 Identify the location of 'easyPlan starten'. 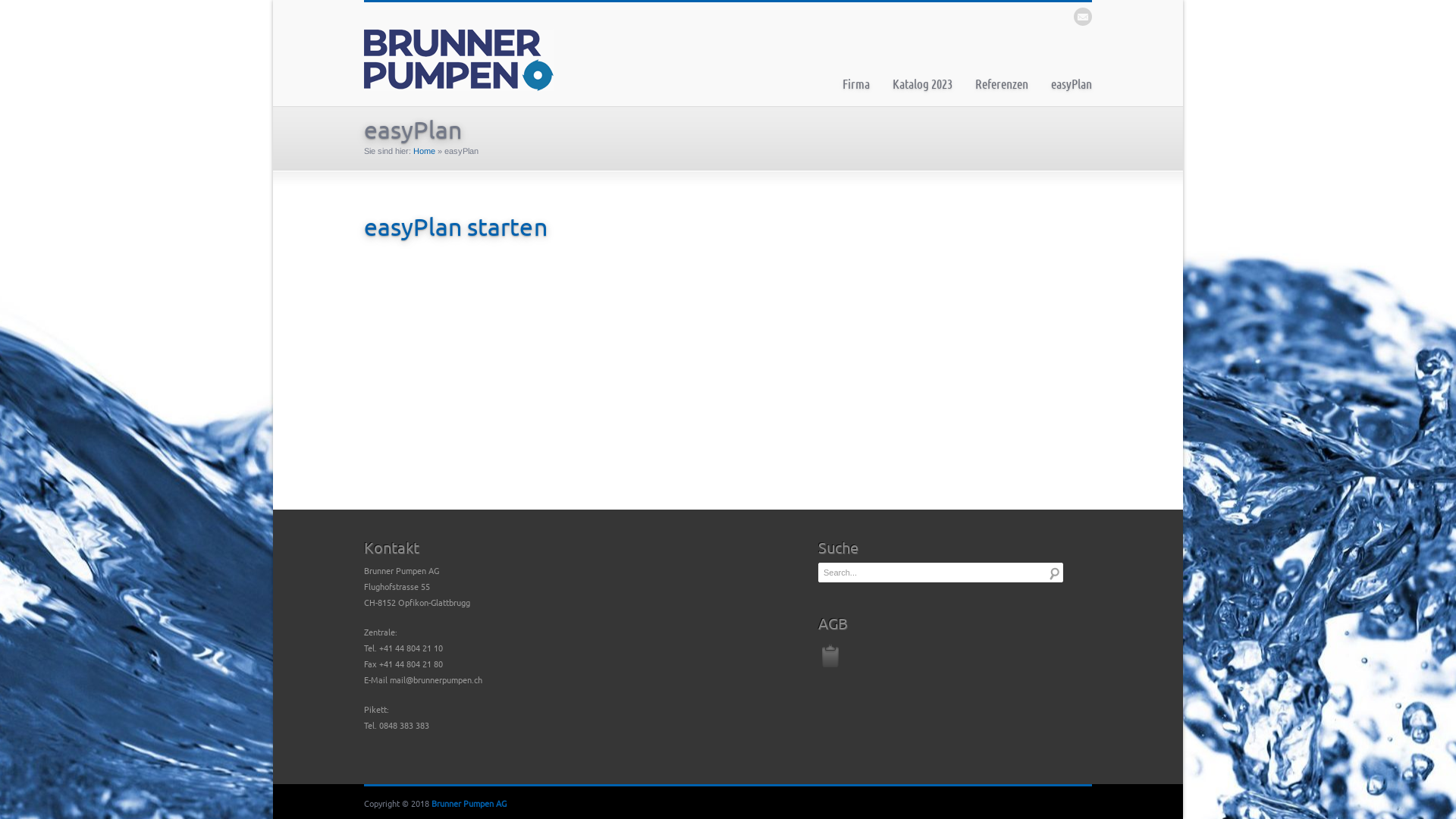
(454, 226).